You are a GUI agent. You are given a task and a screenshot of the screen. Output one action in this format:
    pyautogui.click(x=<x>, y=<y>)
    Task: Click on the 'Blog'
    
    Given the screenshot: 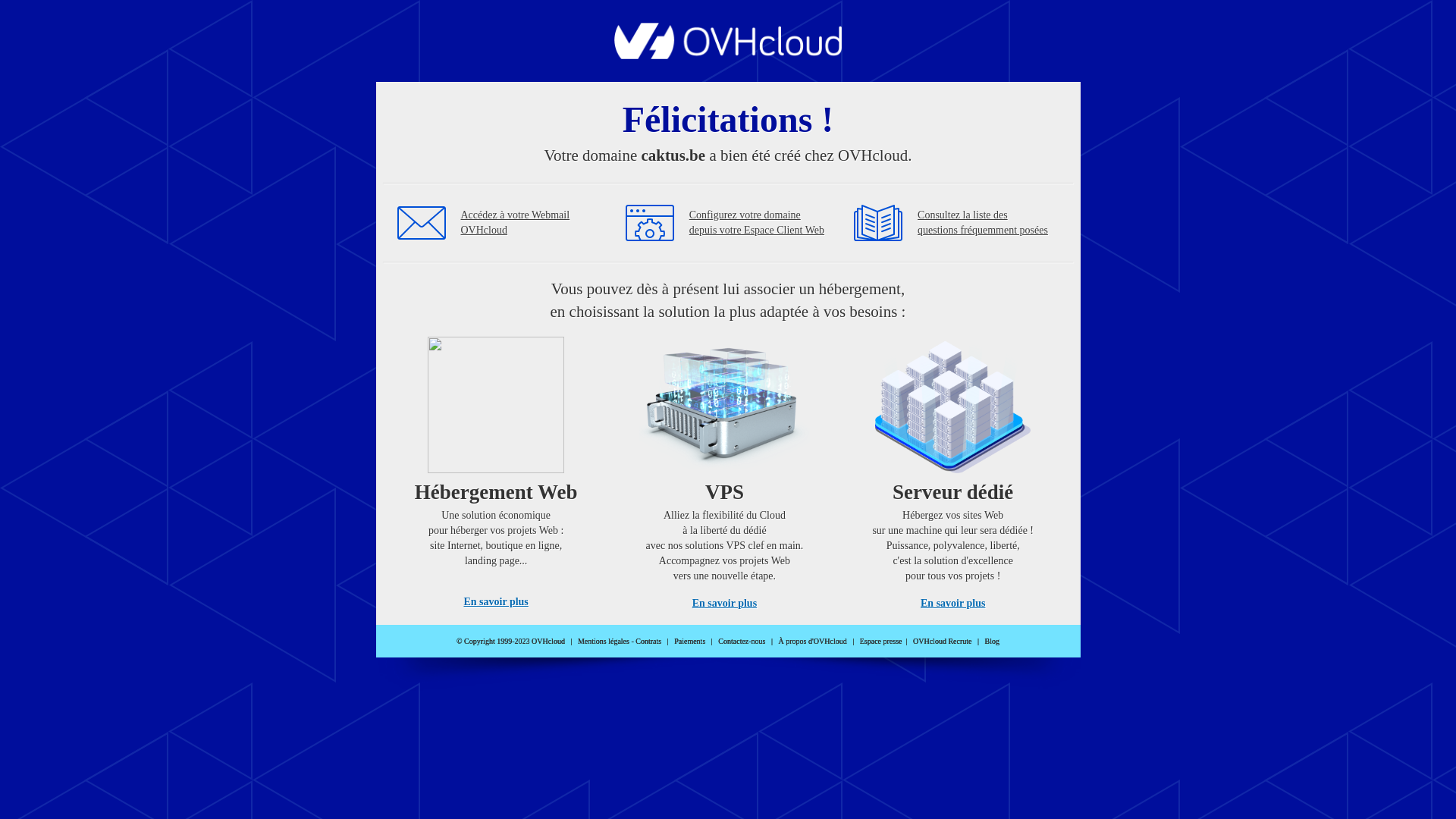 What is the action you would take?
    pyautogui.click(x=992, y=641)
    